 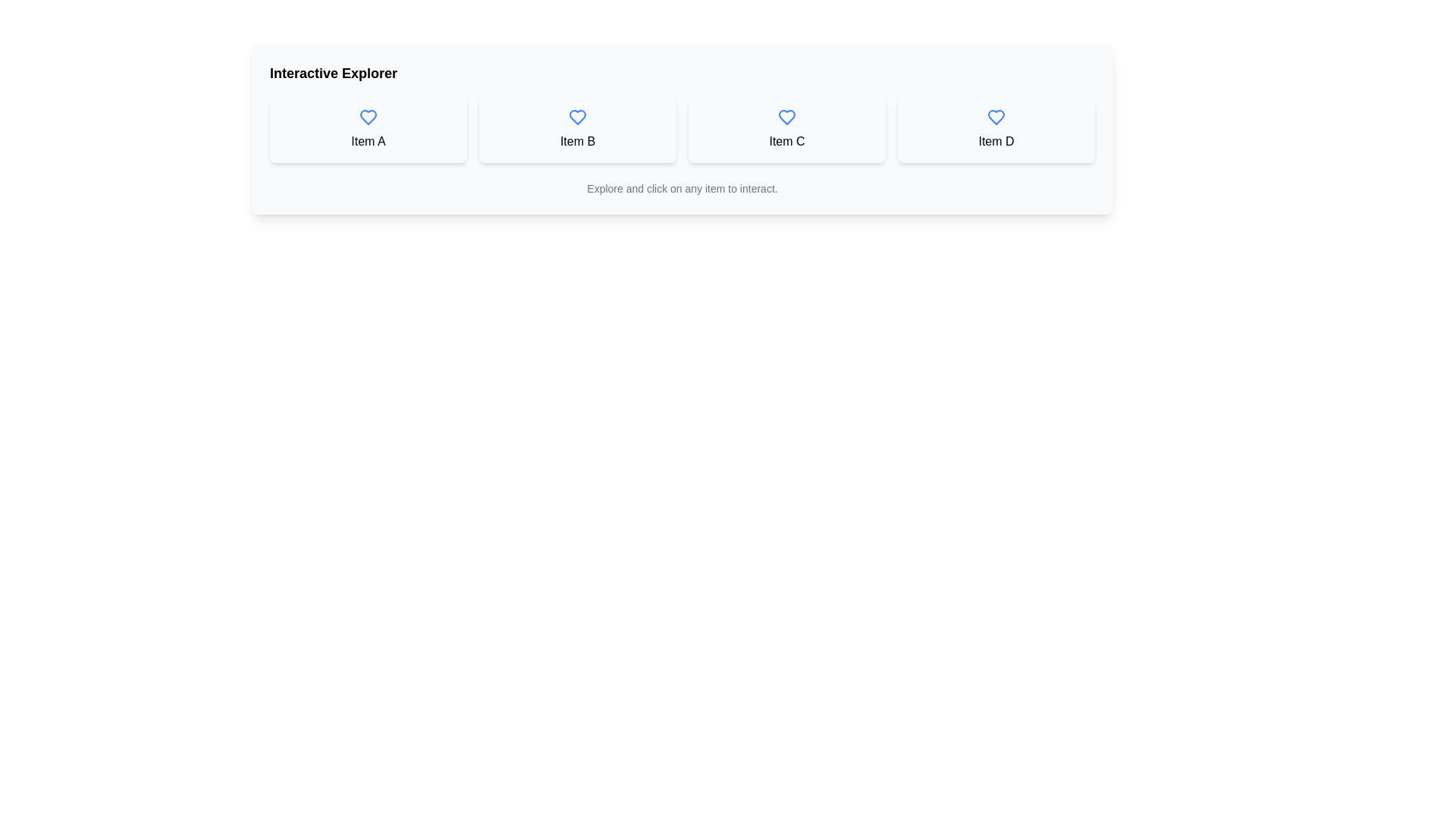 What do you see at coordinates (996, 116) in the screenshot?
I see `the blue heart-shaped icon located at the center of the 'Item D' card` at bounding box center [996, 116].